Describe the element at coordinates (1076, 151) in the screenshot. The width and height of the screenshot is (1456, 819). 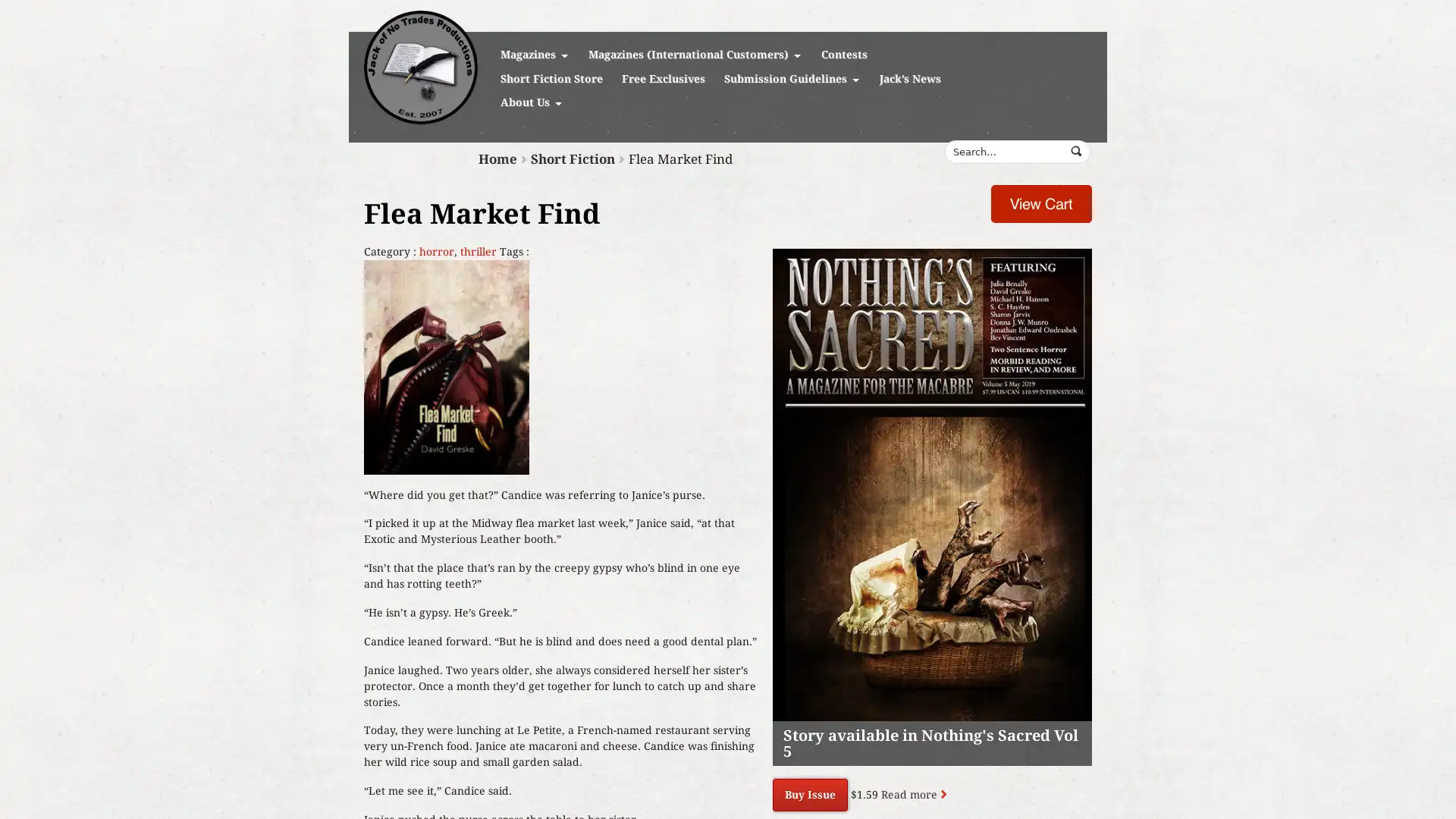
I see `Submit` at that location.